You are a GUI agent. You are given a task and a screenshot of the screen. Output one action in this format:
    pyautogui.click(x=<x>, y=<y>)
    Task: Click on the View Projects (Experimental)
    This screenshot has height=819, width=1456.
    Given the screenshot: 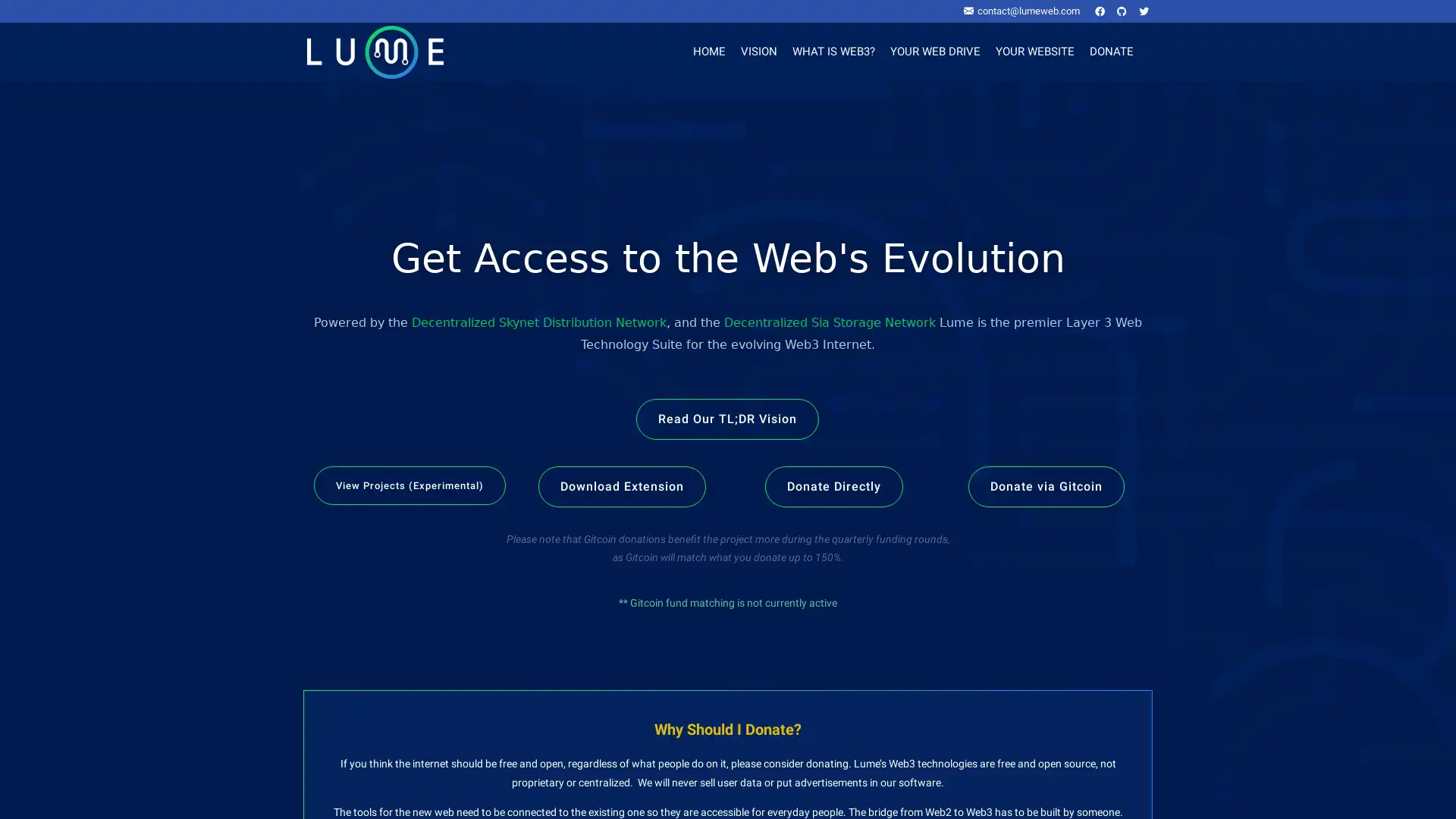 What is the action you would take?
    pyautogui.click(x=409, y=485)
    